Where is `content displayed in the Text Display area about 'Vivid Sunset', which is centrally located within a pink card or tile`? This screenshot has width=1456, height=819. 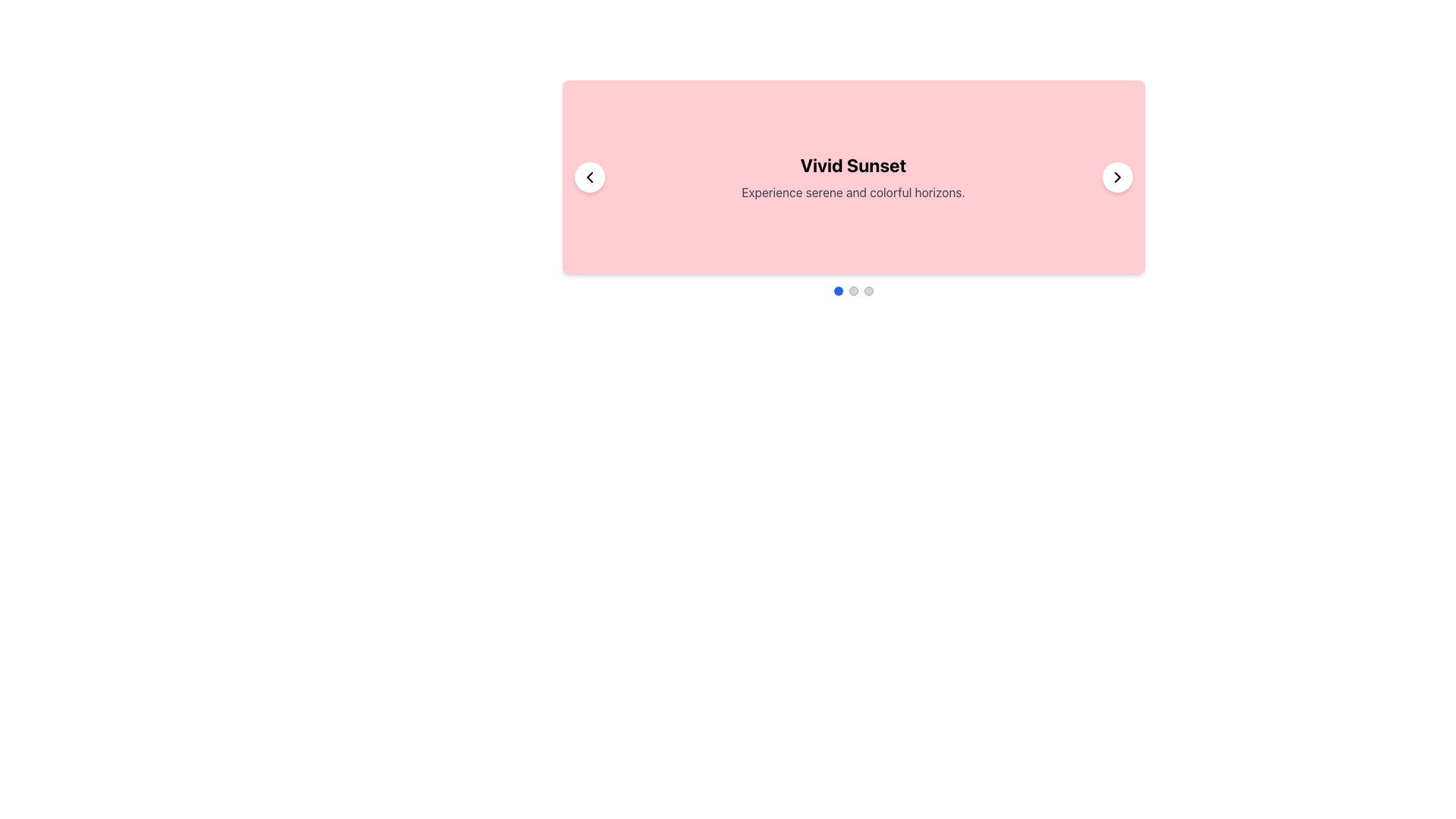 content displayed in the Text Display area about 'Vivid Sunset', which is centrally located within a pink card or tile is located at coordinates (853, 177).